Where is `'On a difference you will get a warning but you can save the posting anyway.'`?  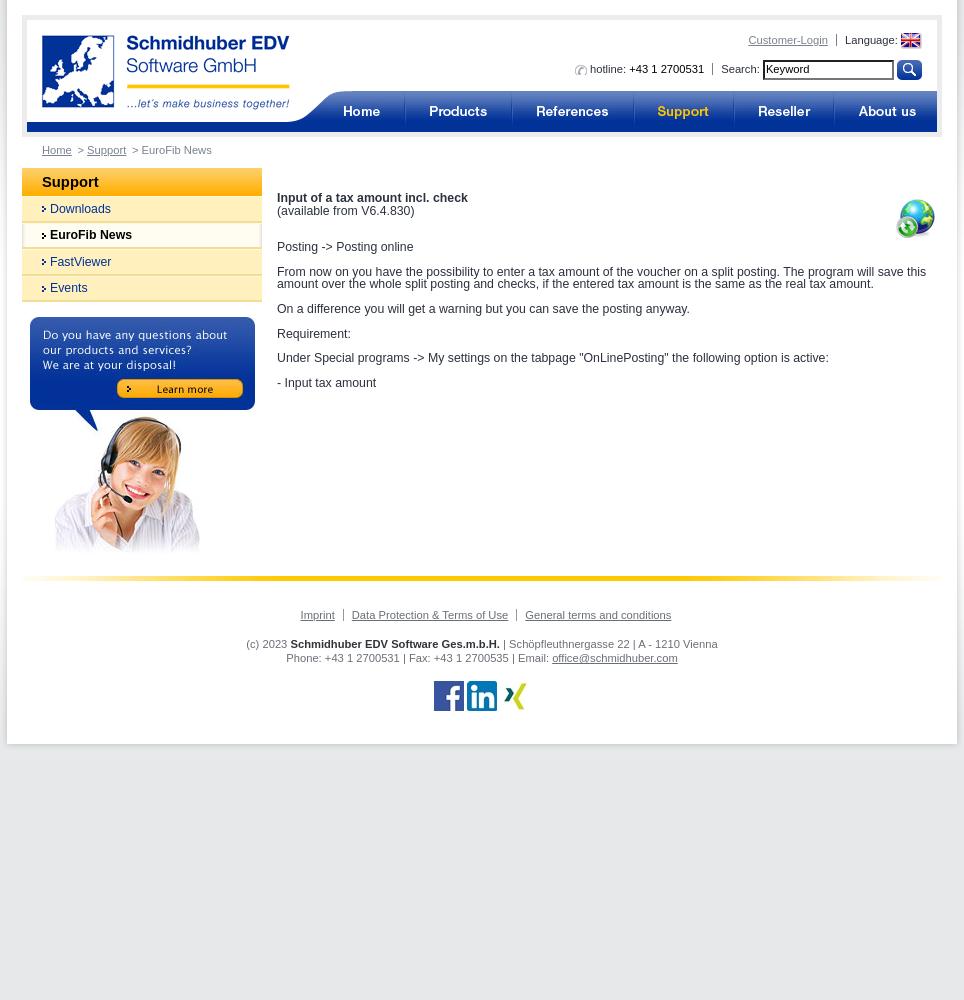 'On a difference you will get a warning but you can save the posting anyway.' is located at coordinates (482, 309).